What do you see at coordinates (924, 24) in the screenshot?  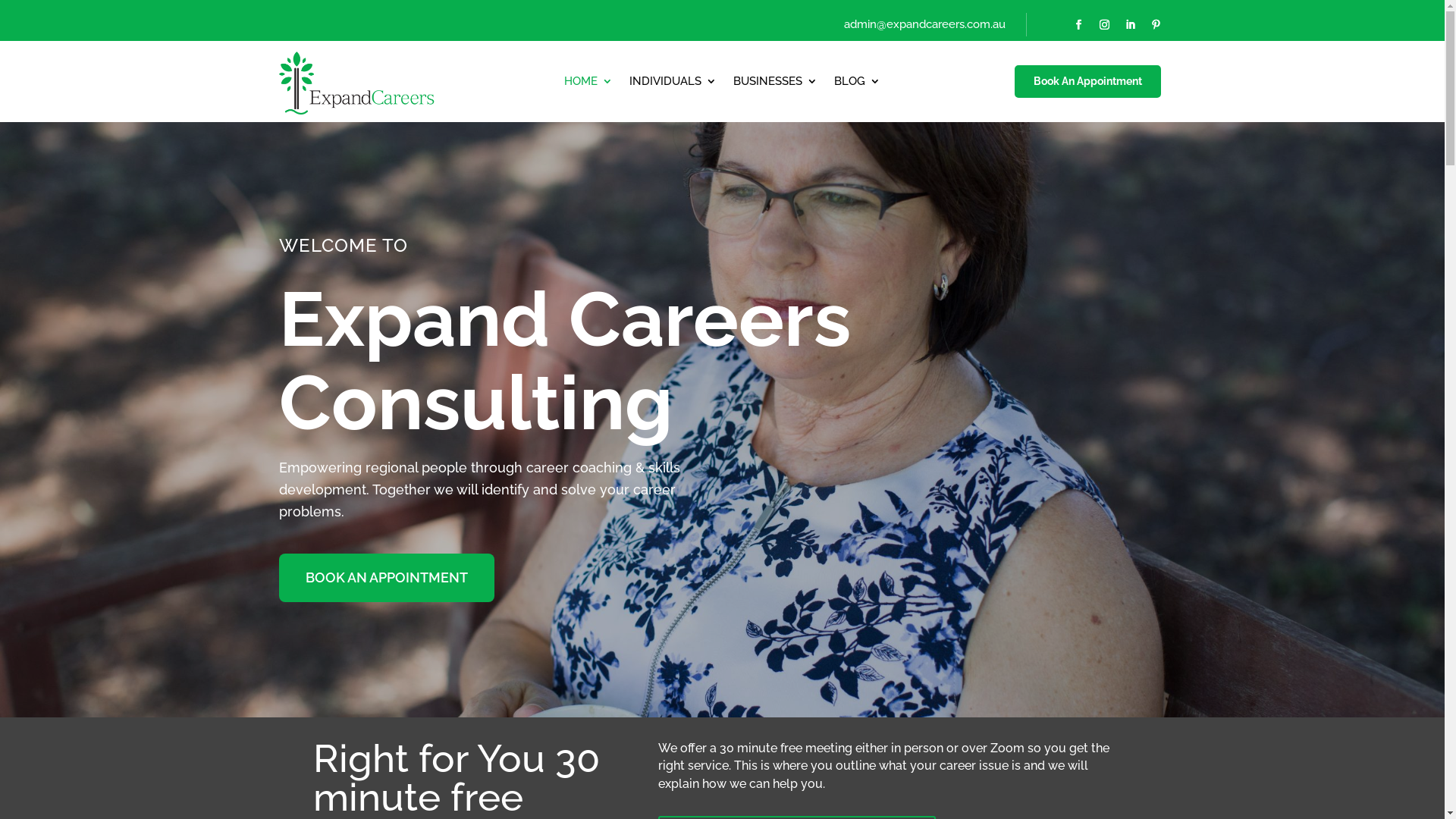 I see `'admin@expandcareers.com.au'` at bounding box center [924, 24].